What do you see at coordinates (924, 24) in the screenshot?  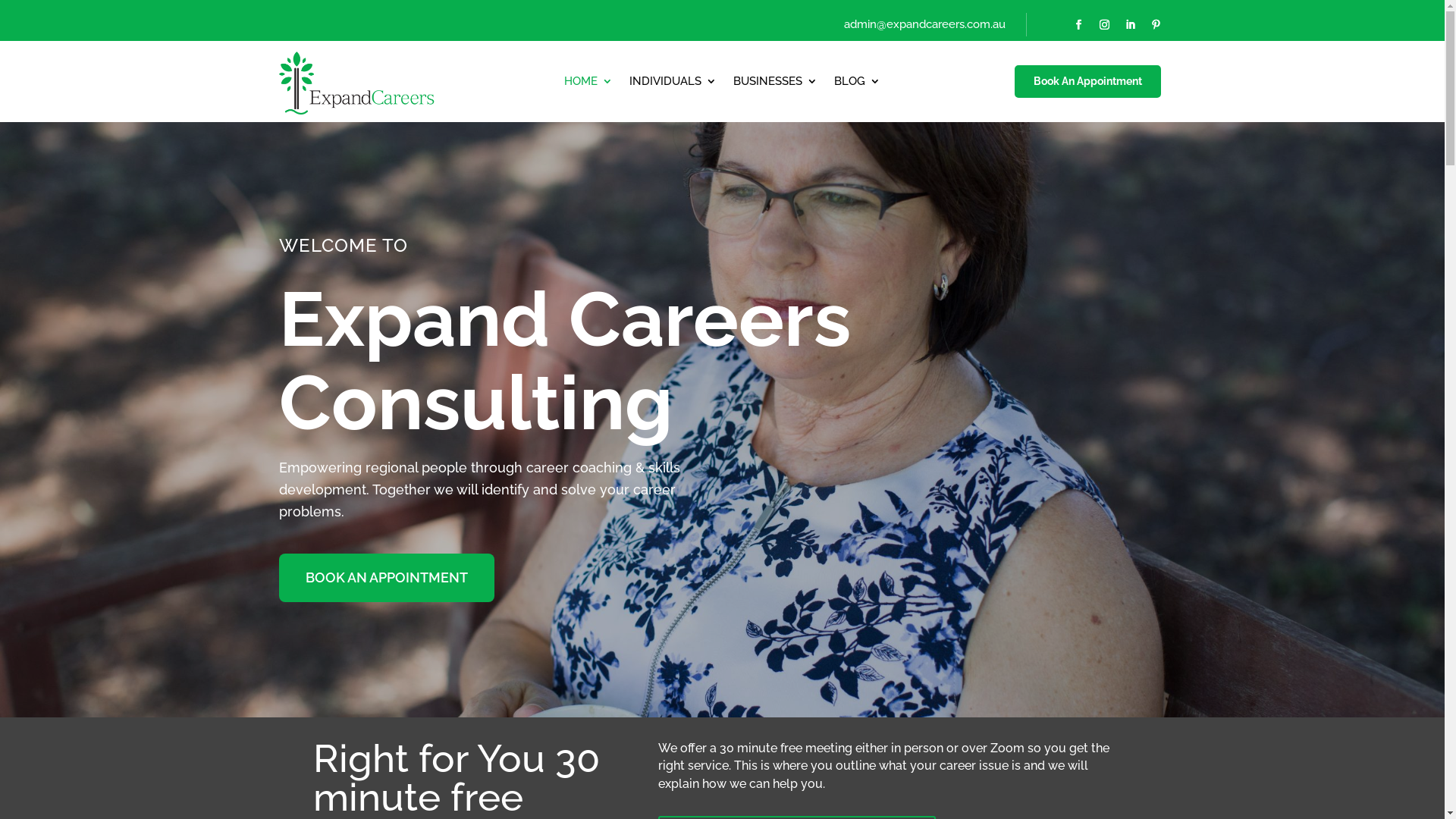 I see `'admin@expandcareers.com.au'` at bounding box center [924, 24].